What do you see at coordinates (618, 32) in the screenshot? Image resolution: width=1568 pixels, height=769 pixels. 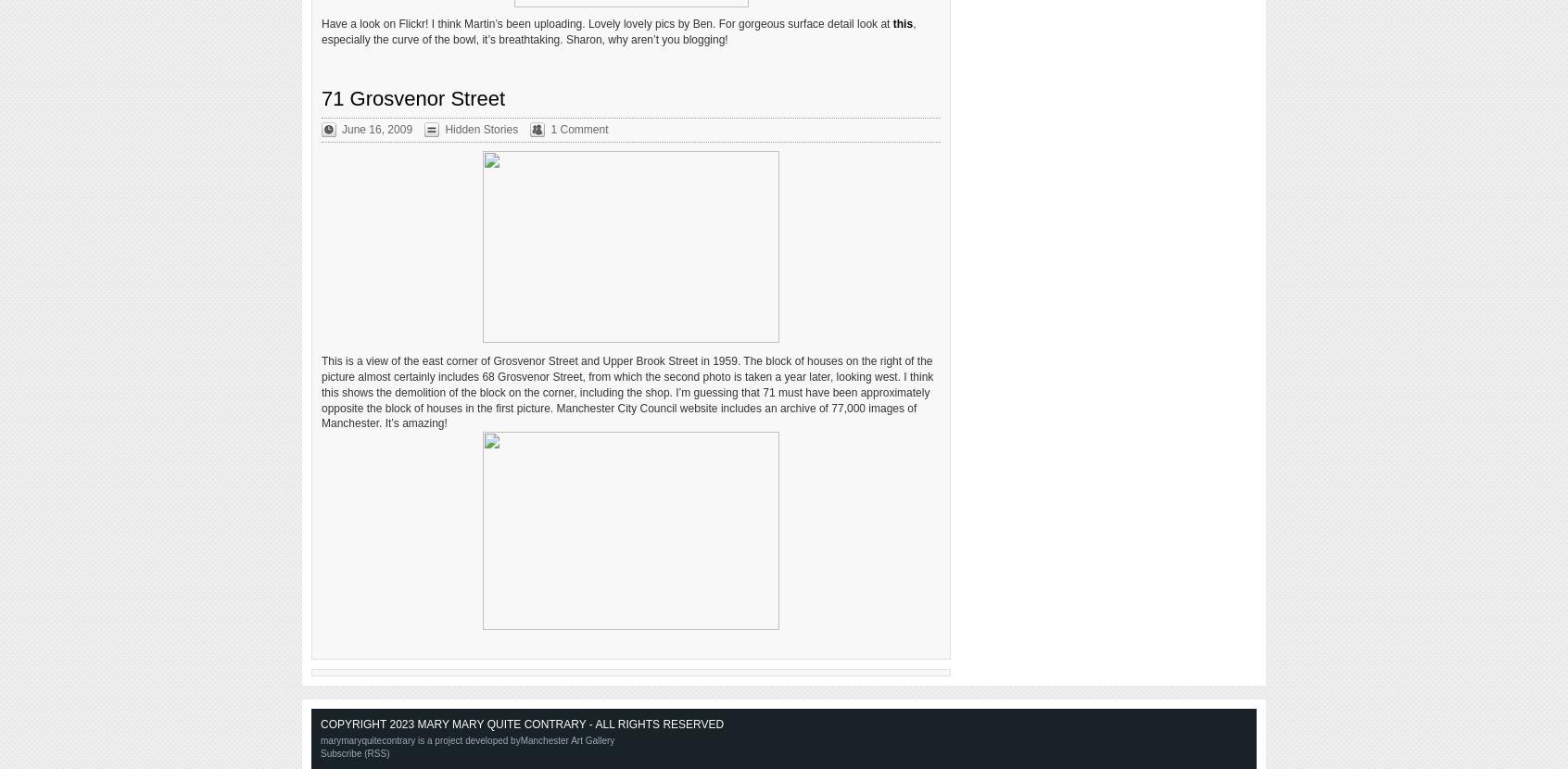 I see `', especially the curve of the bowl, it’s breathtaking. Sharon, why aren’t you blogging!'` at bounding box center [618, 32].